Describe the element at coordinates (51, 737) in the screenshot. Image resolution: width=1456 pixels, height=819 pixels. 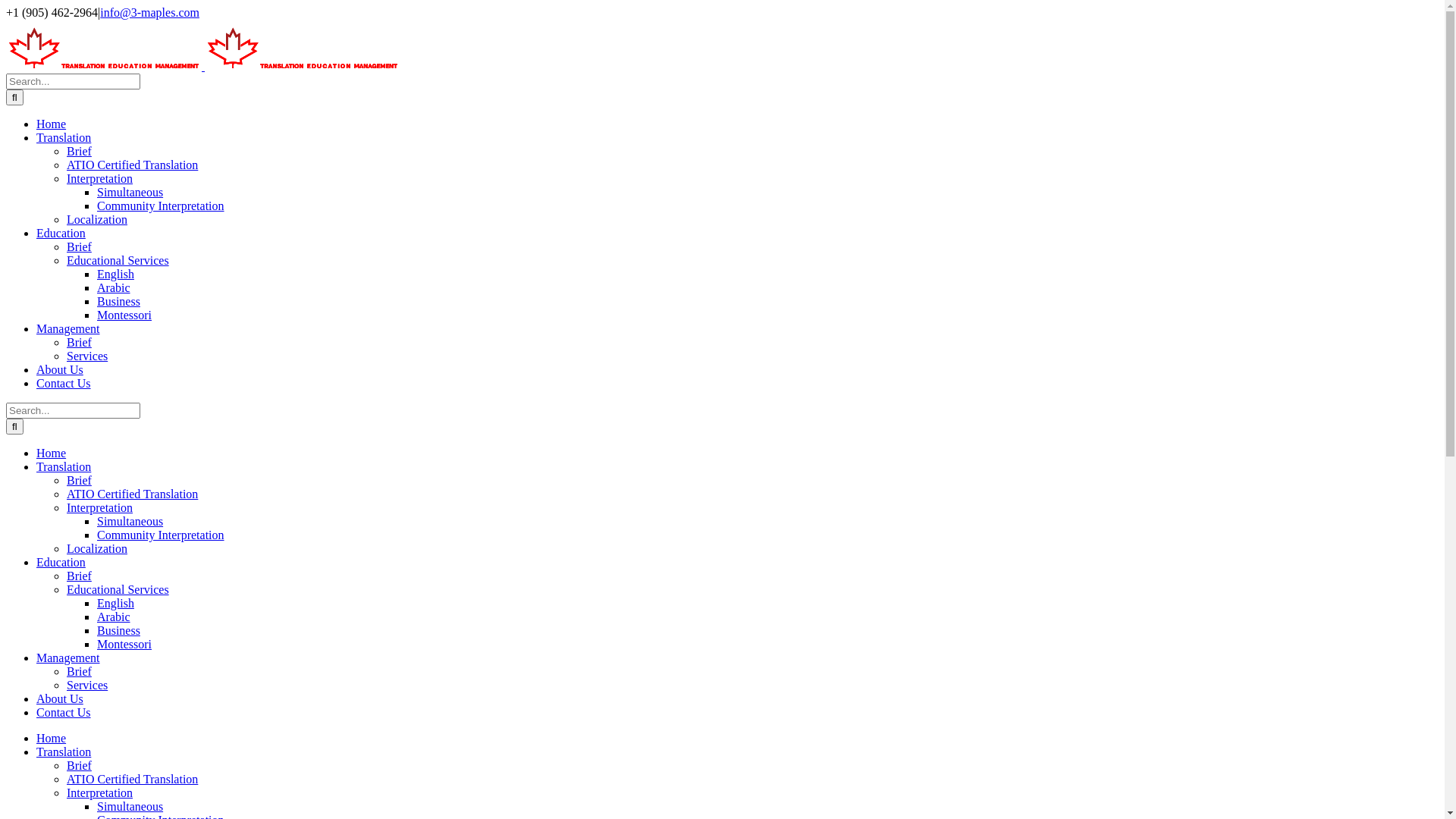
I see `'Home'` at that location.